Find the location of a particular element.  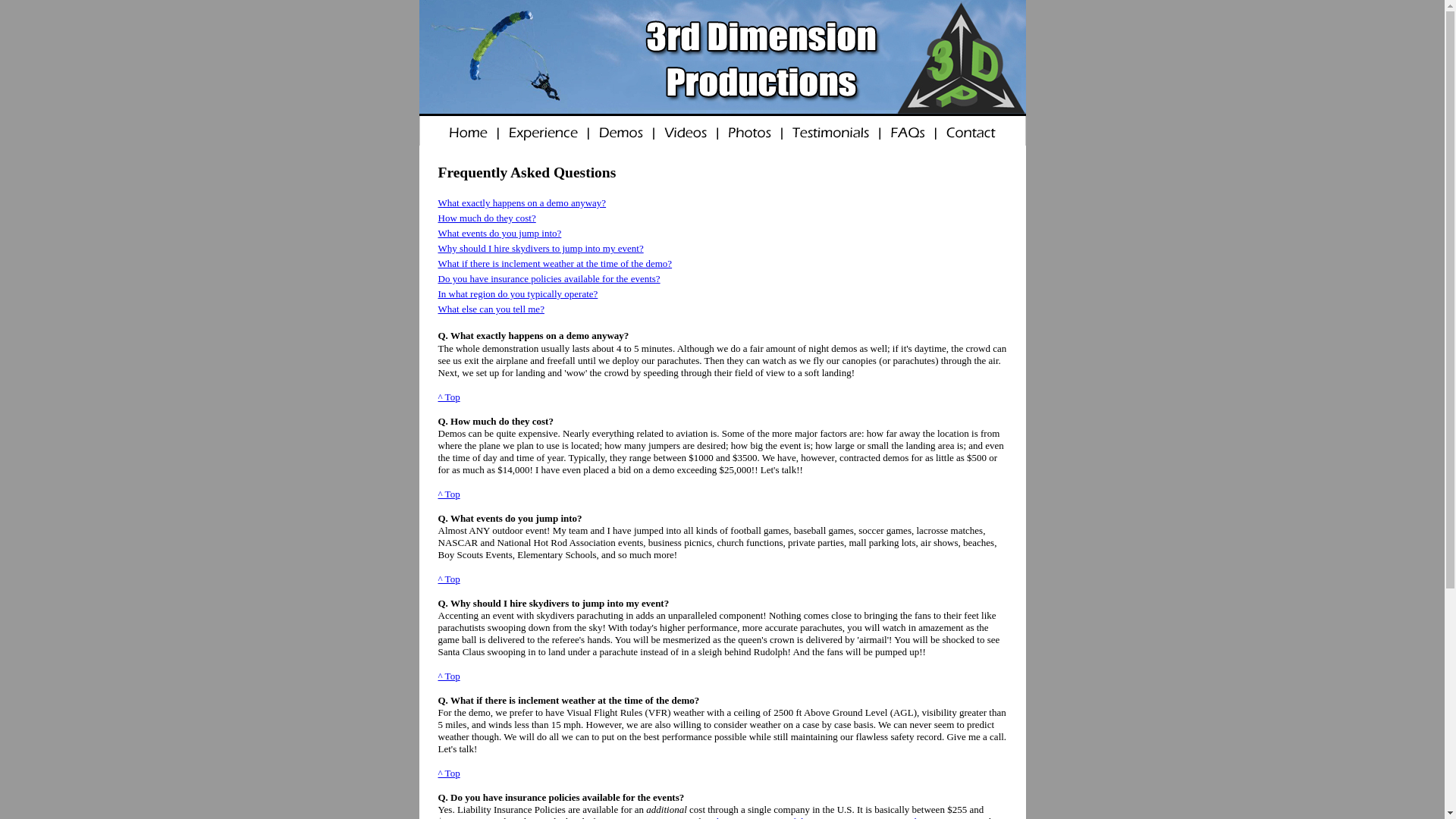

'In what region do you typically operate?' is located at coordinates (518, 293).